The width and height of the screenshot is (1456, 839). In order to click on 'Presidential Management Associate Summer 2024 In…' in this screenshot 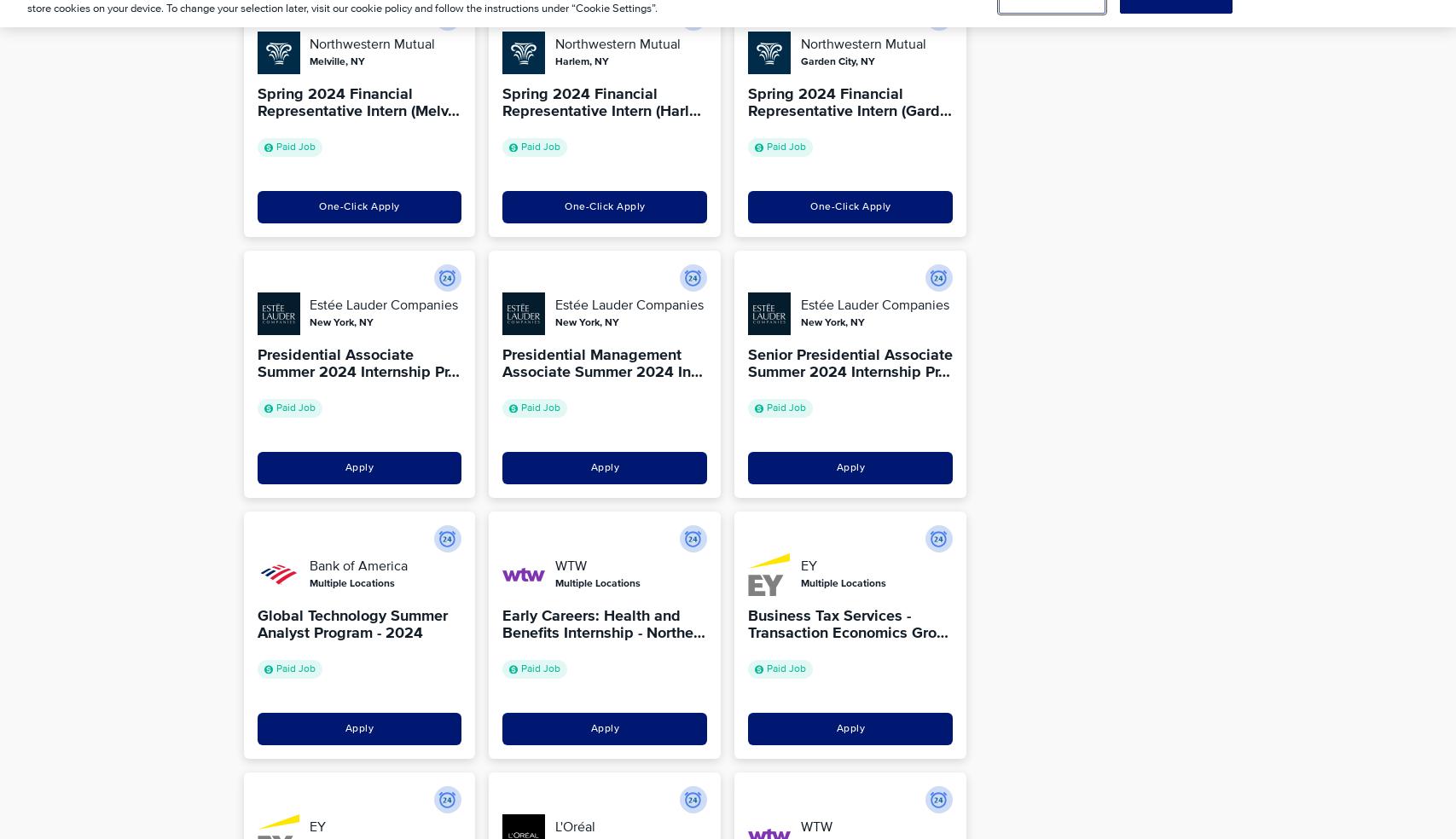, I will do `click(602, 363)`.